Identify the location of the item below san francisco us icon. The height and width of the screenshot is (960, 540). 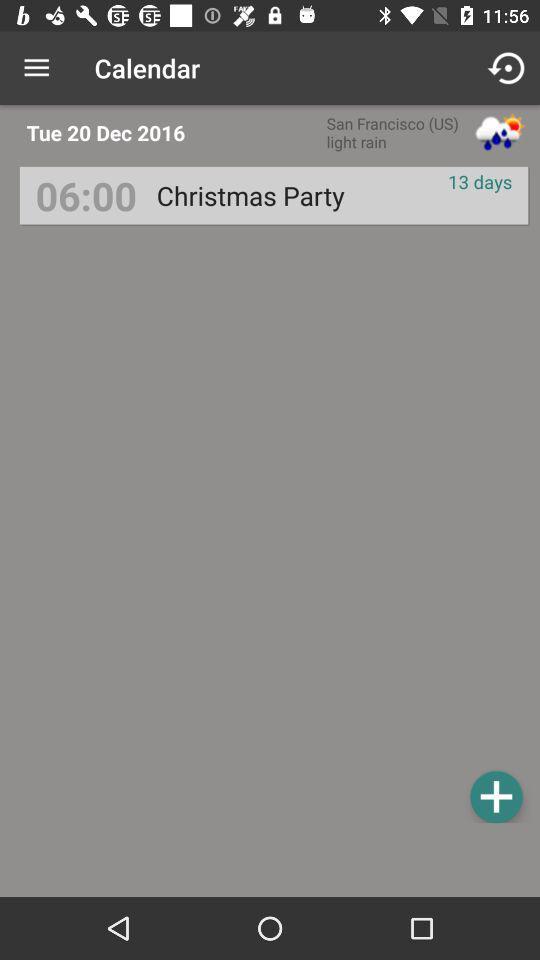
(250, 195).